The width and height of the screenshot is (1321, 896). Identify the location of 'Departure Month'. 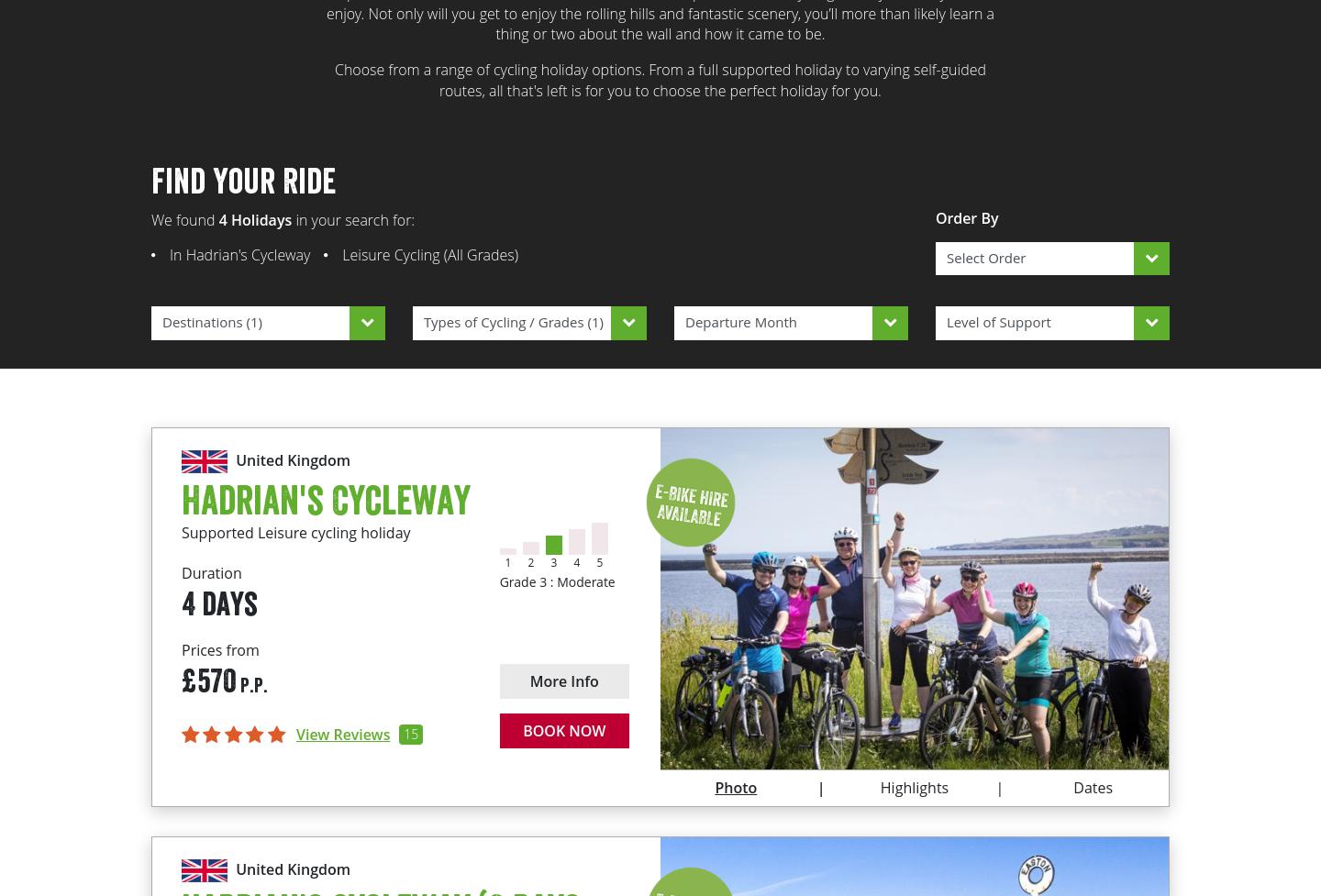
(740, 322).